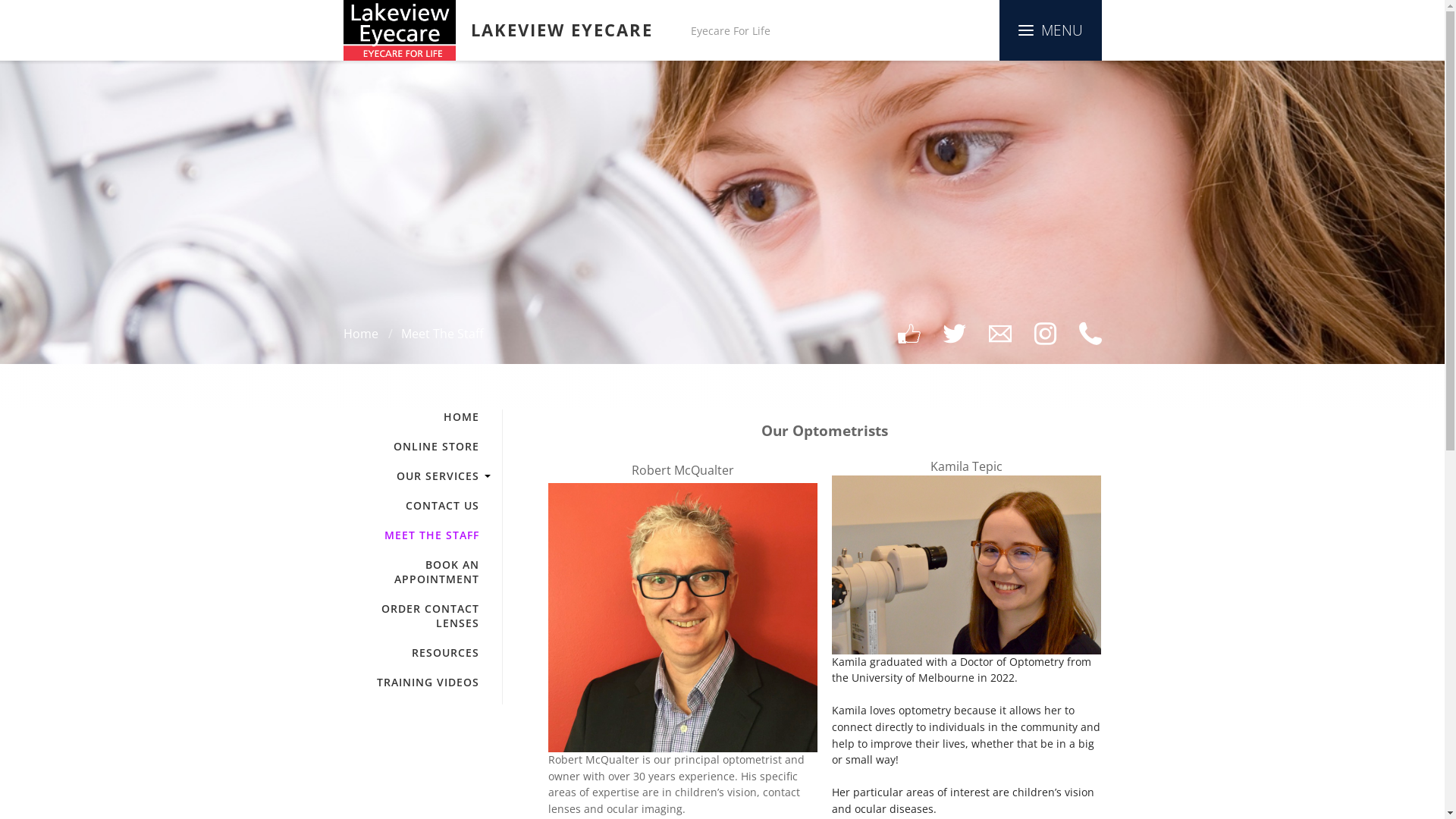 The image size is (1456, 819). I want to click on 'Home', so click(359, 332).